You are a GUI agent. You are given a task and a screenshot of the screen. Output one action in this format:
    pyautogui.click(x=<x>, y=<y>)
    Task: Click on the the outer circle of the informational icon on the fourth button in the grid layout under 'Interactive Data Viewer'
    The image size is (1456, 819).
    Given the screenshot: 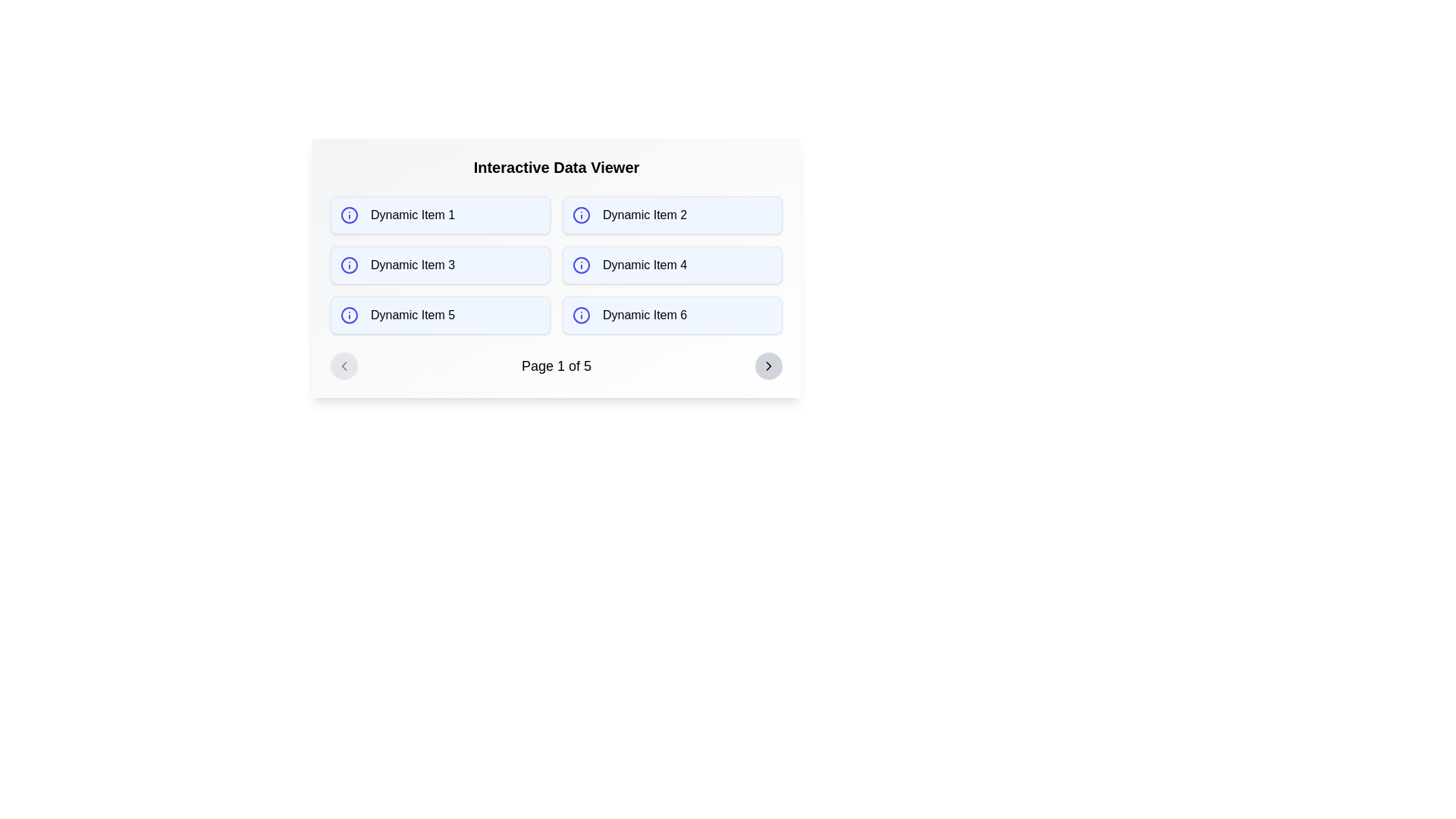 What is the action you would take?
    pyautogui.click(x=581, y=265)
    